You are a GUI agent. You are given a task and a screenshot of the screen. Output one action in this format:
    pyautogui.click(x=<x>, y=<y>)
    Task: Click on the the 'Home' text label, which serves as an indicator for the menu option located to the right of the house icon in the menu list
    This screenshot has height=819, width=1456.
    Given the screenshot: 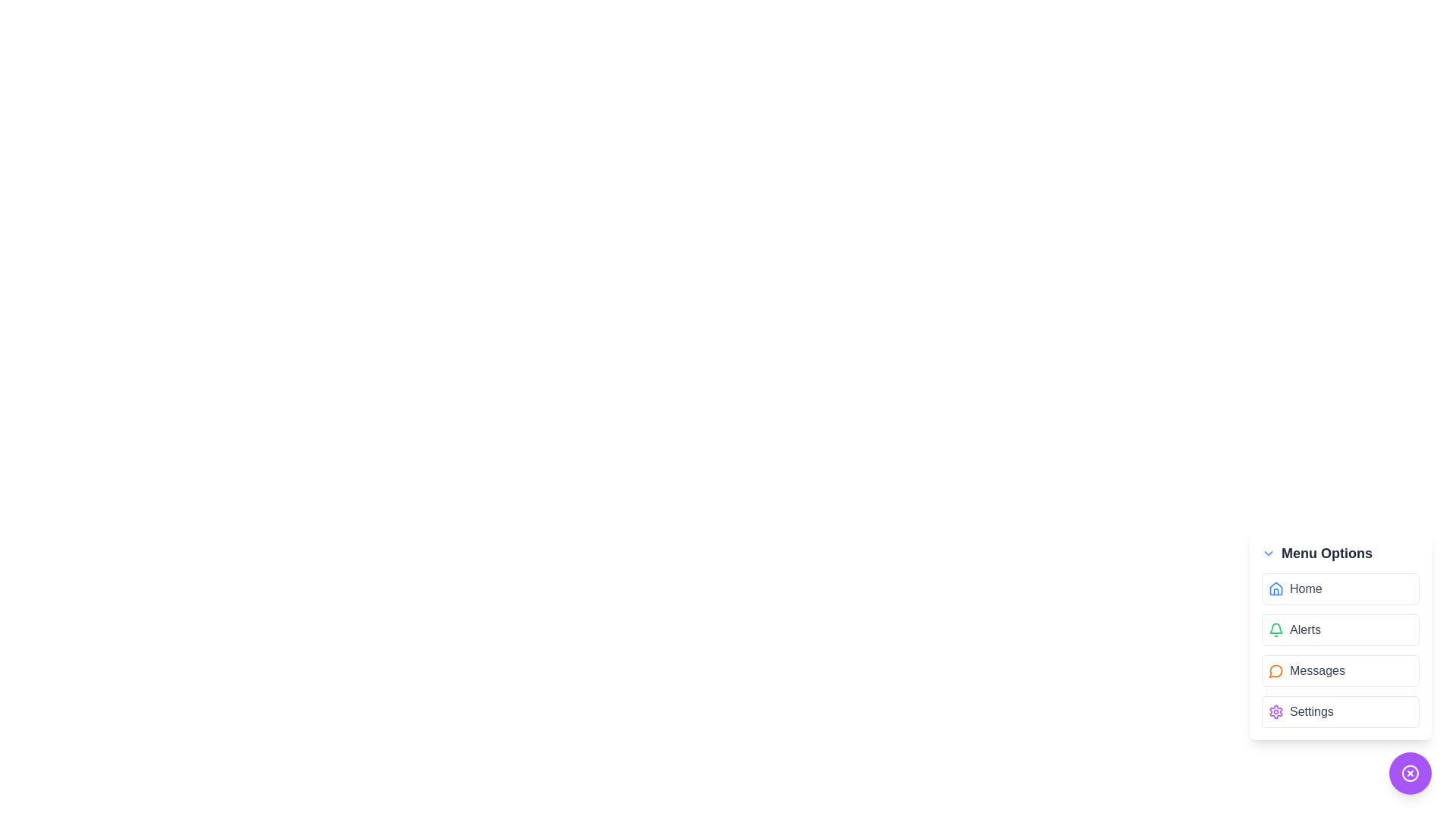 What is the action you would take?
    pyautogui.click(x=1305, y=588)
    